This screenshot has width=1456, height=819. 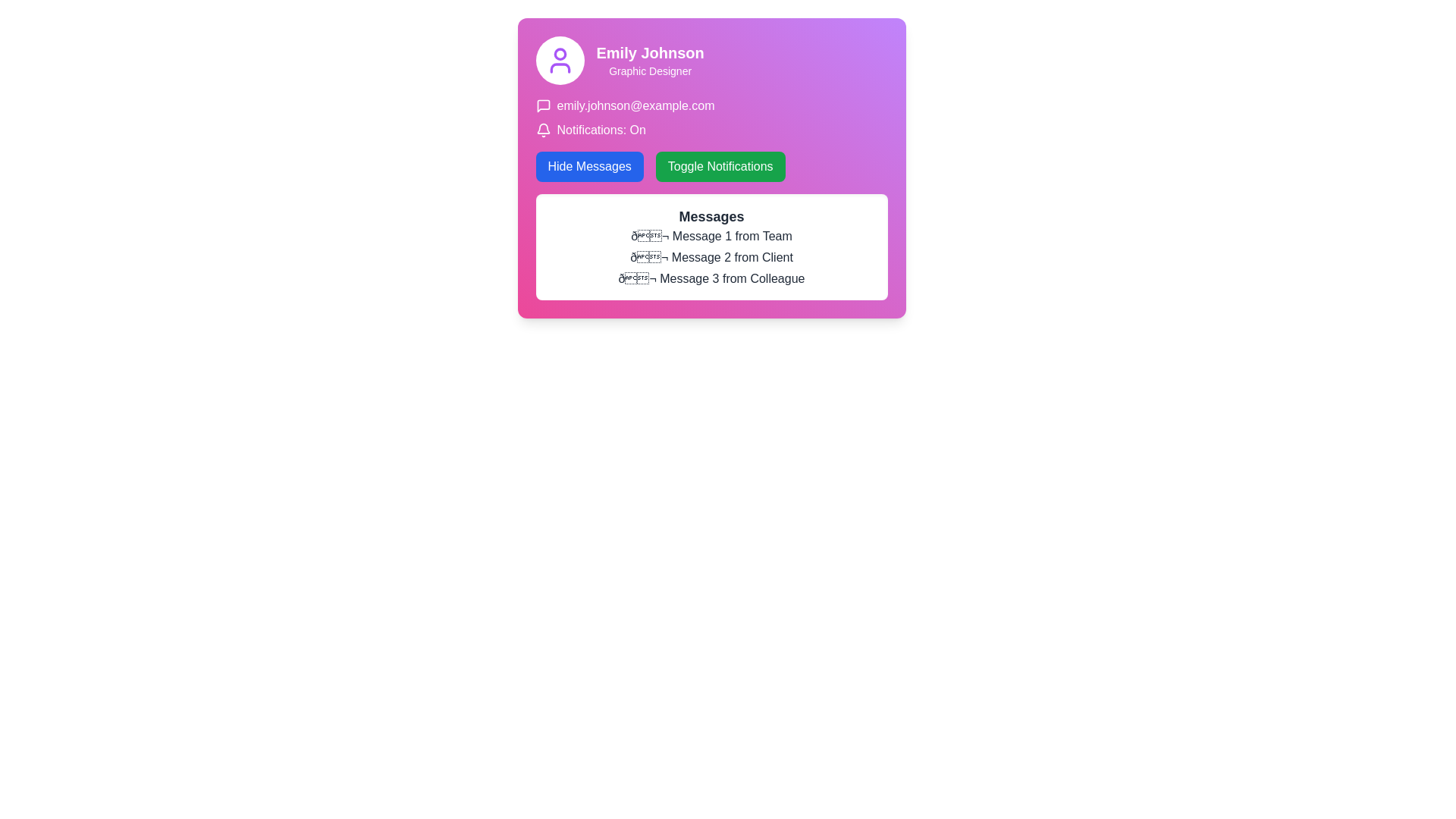 I want to click on the email address displayed in white font on a purple-pink gradient background, which is positioned to the right of a message bubble icon and above the 'Notifications: On' text, so click(x=635, y=105).